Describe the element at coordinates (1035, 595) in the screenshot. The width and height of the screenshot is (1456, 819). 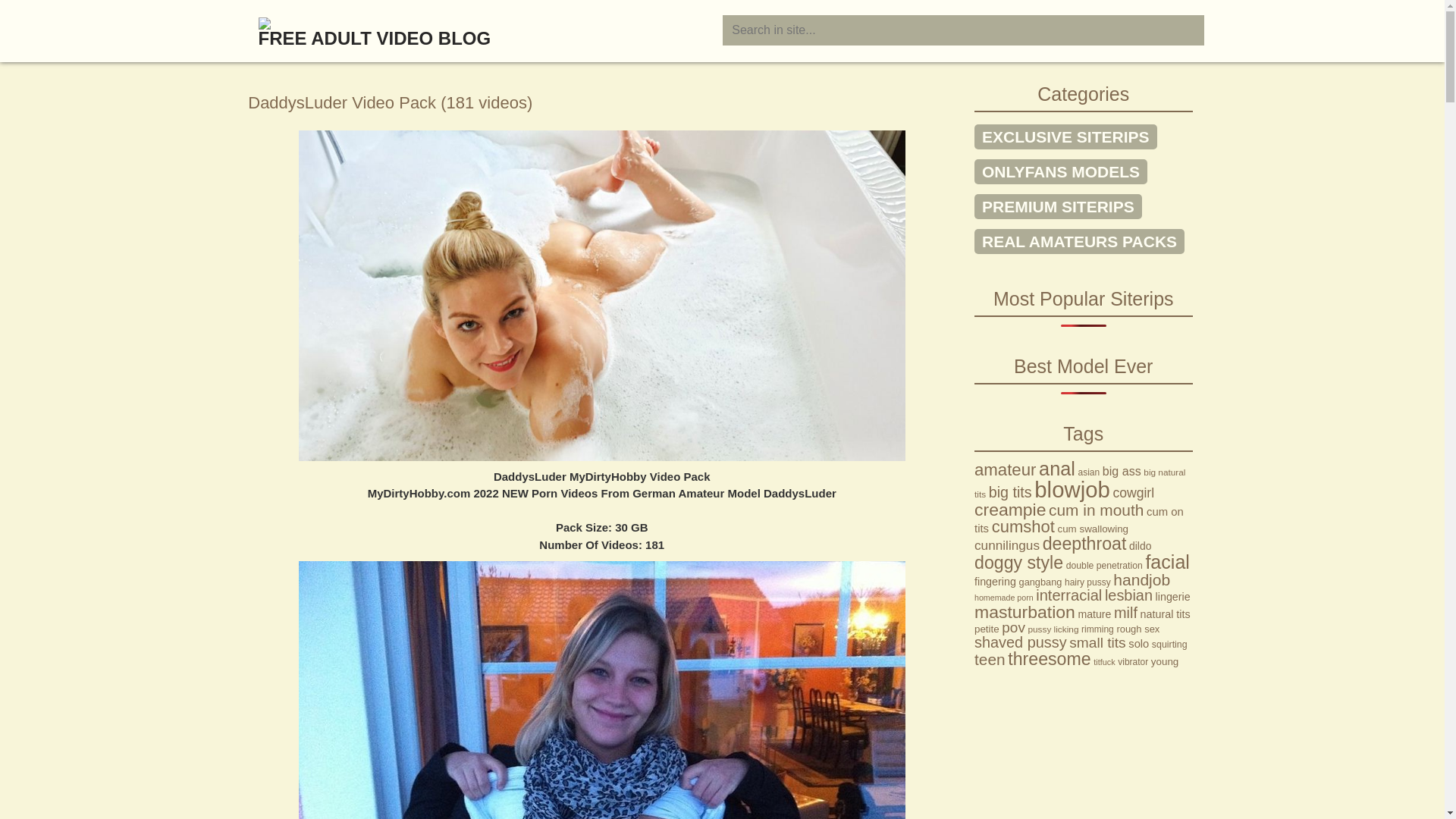
I see `'interracial'` at that location.